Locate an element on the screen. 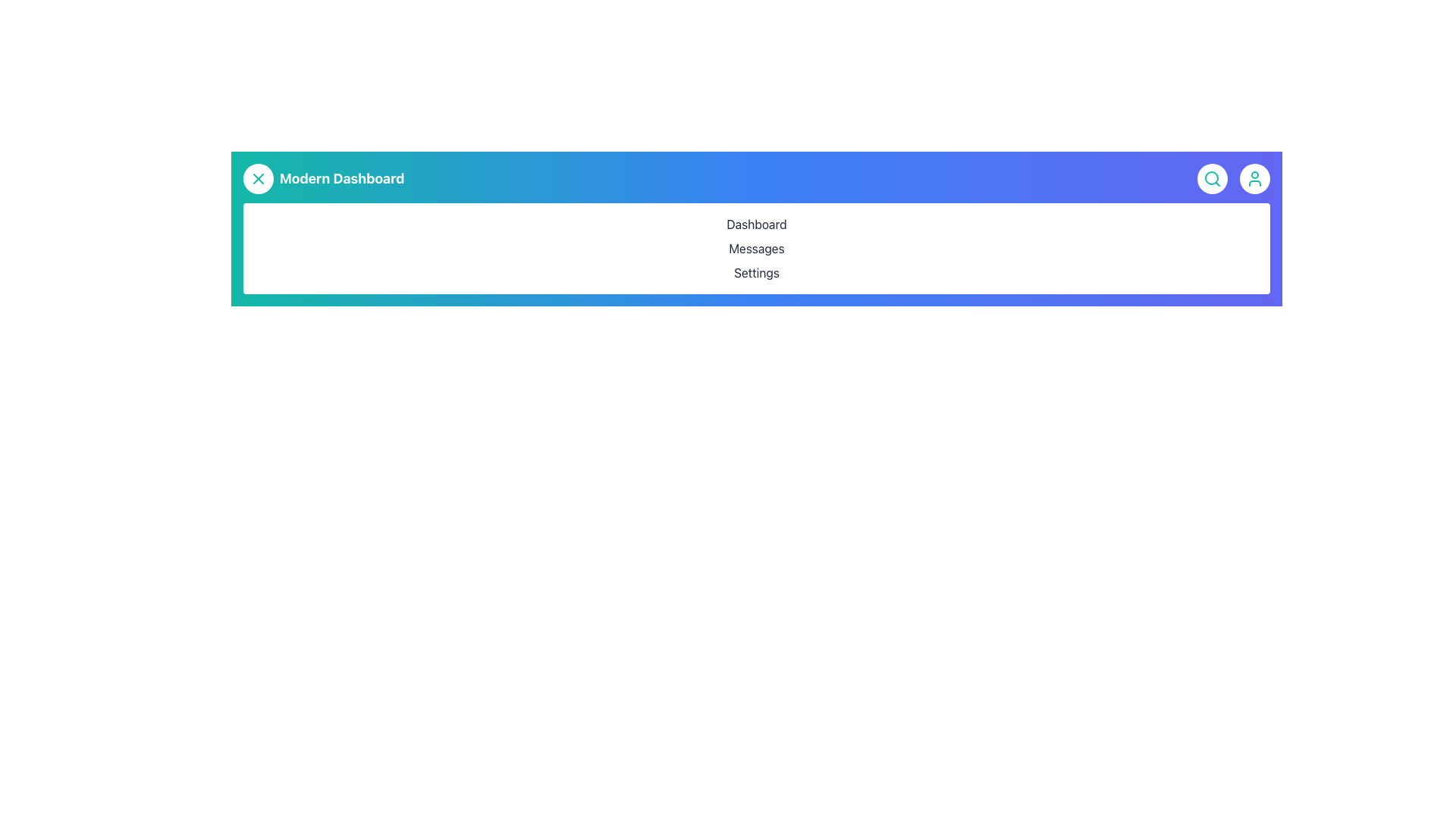  the 'X' close icon located in the top-left corner of the navigation bar is located at coordinates (258, 177).